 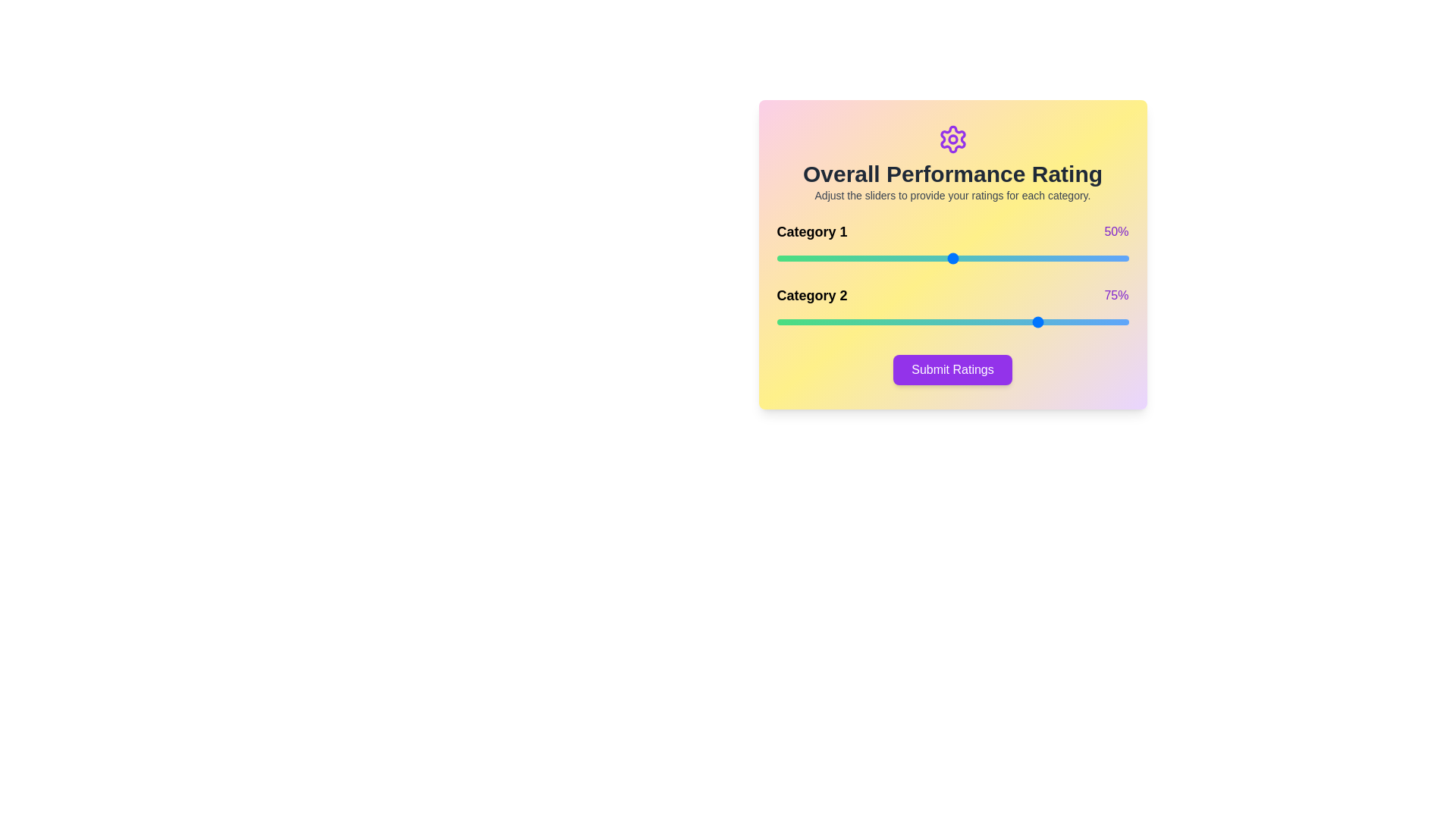 I want to click on 'Submit Ratings' button to submit the ratings, so click(x=952, y=370).